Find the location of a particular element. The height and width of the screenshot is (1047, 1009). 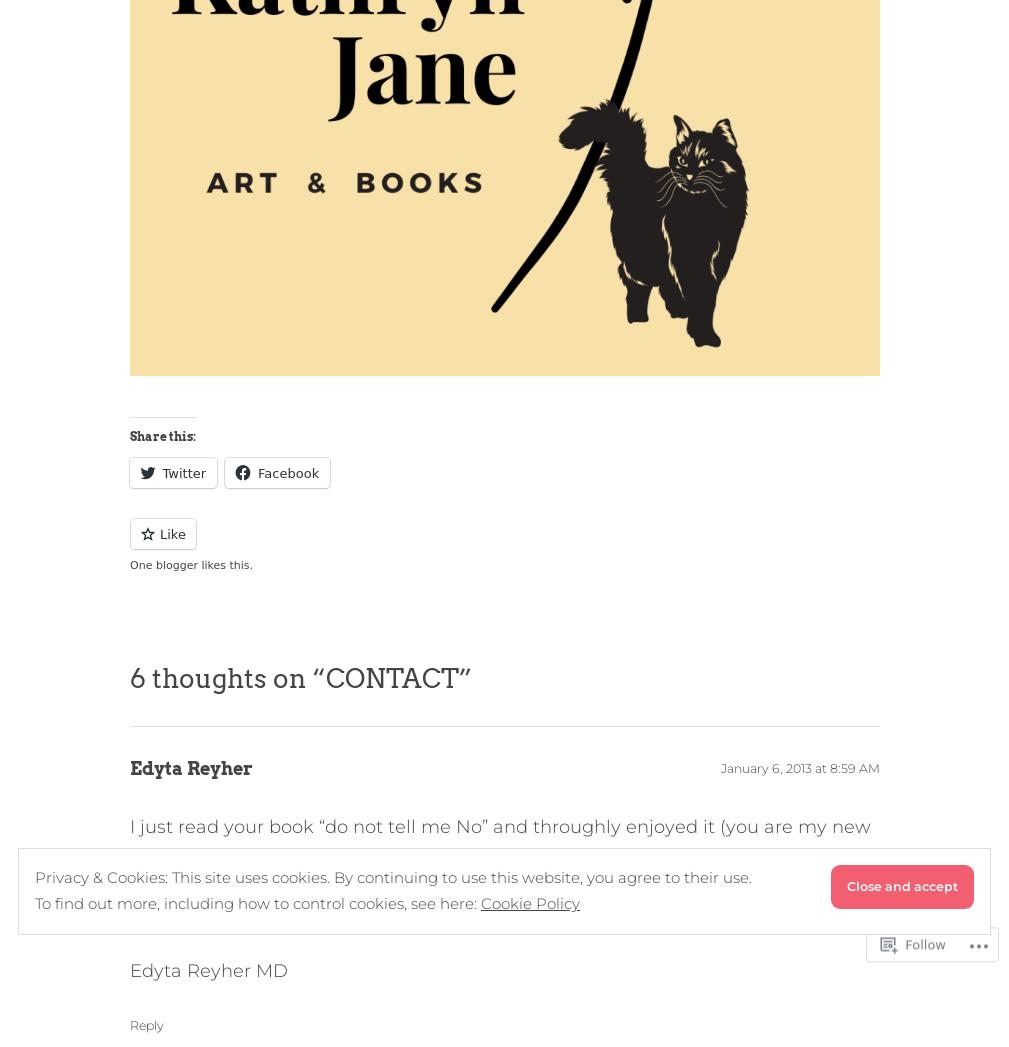

'Cookie Policy' is located at coordinates (530, 902).